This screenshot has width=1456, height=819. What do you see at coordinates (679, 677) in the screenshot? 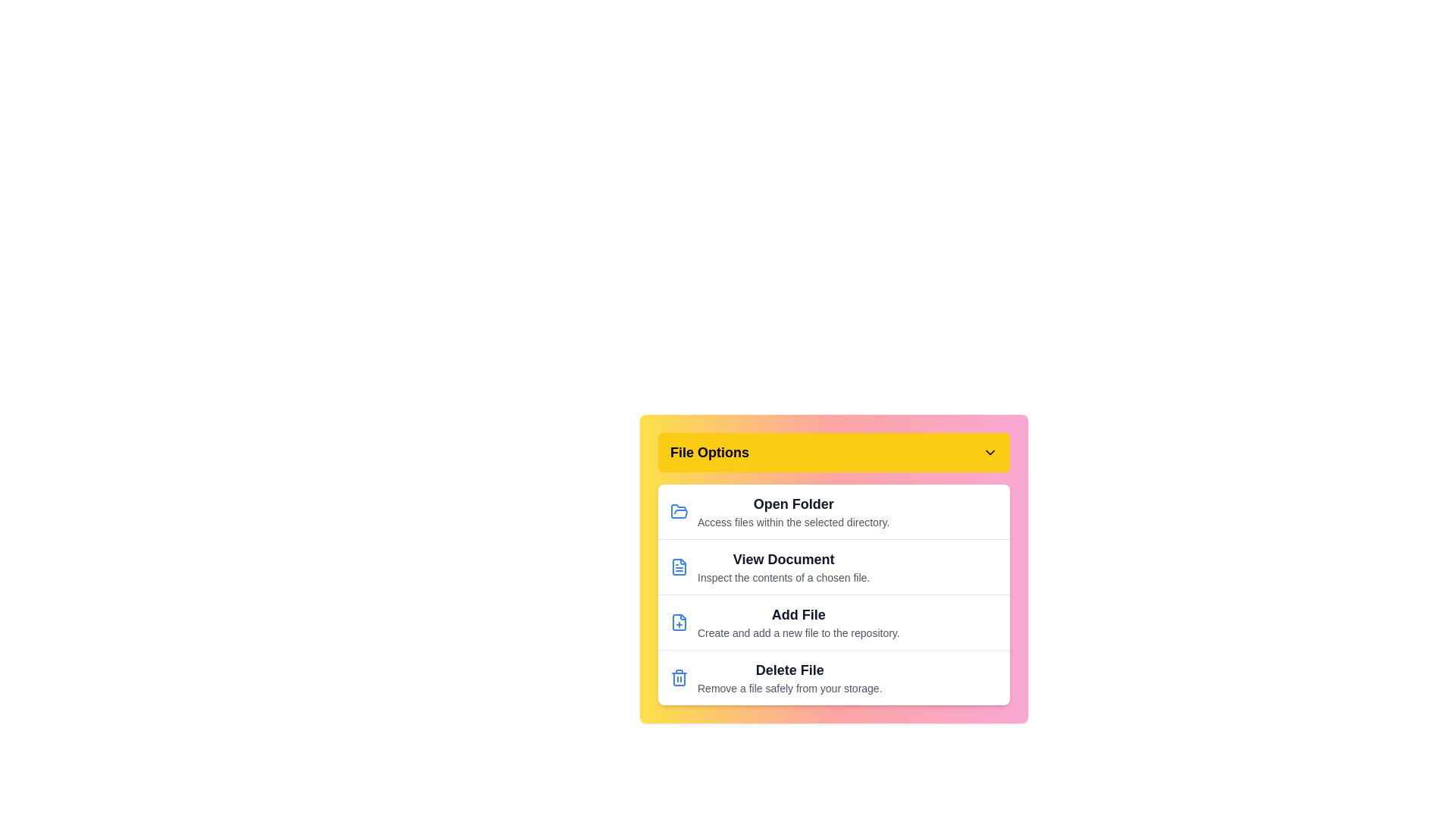
I see `the trash can icon, which is the leftmost component in the 'Delete File' option, to trigger the delete action` at bounding box center [679, 677].